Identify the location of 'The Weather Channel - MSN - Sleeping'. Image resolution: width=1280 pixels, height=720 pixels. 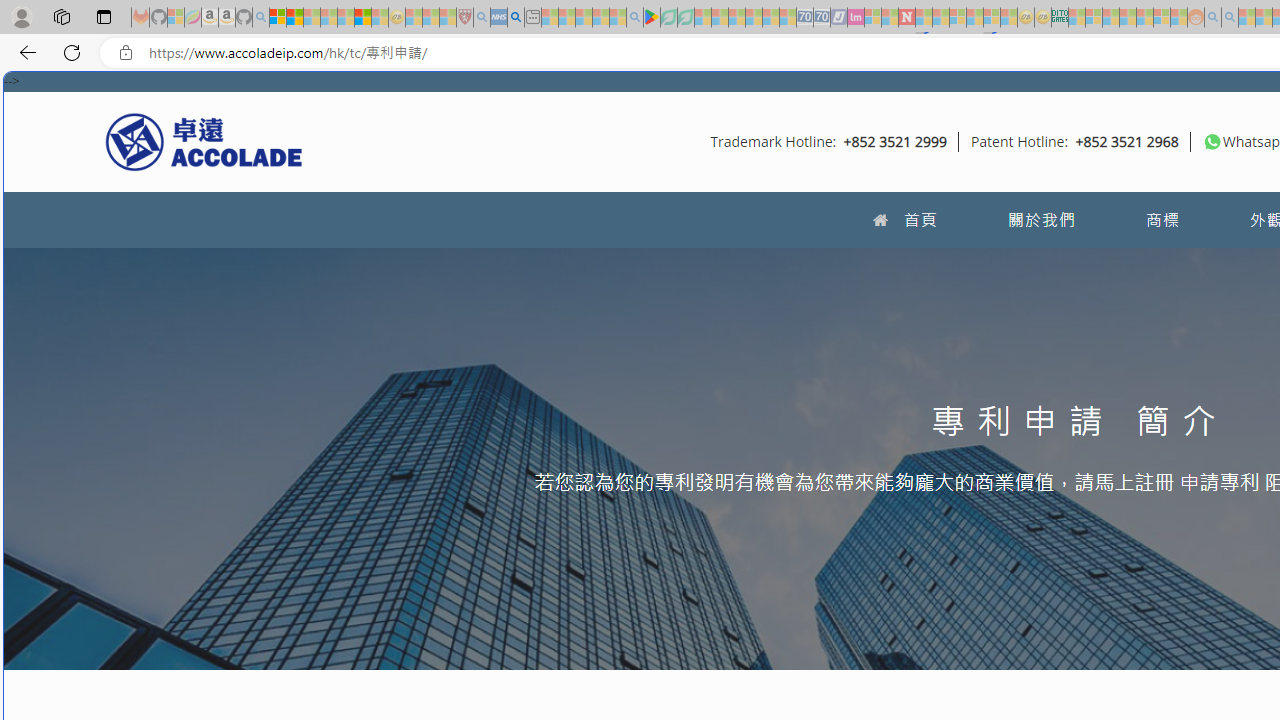
(310, 17).